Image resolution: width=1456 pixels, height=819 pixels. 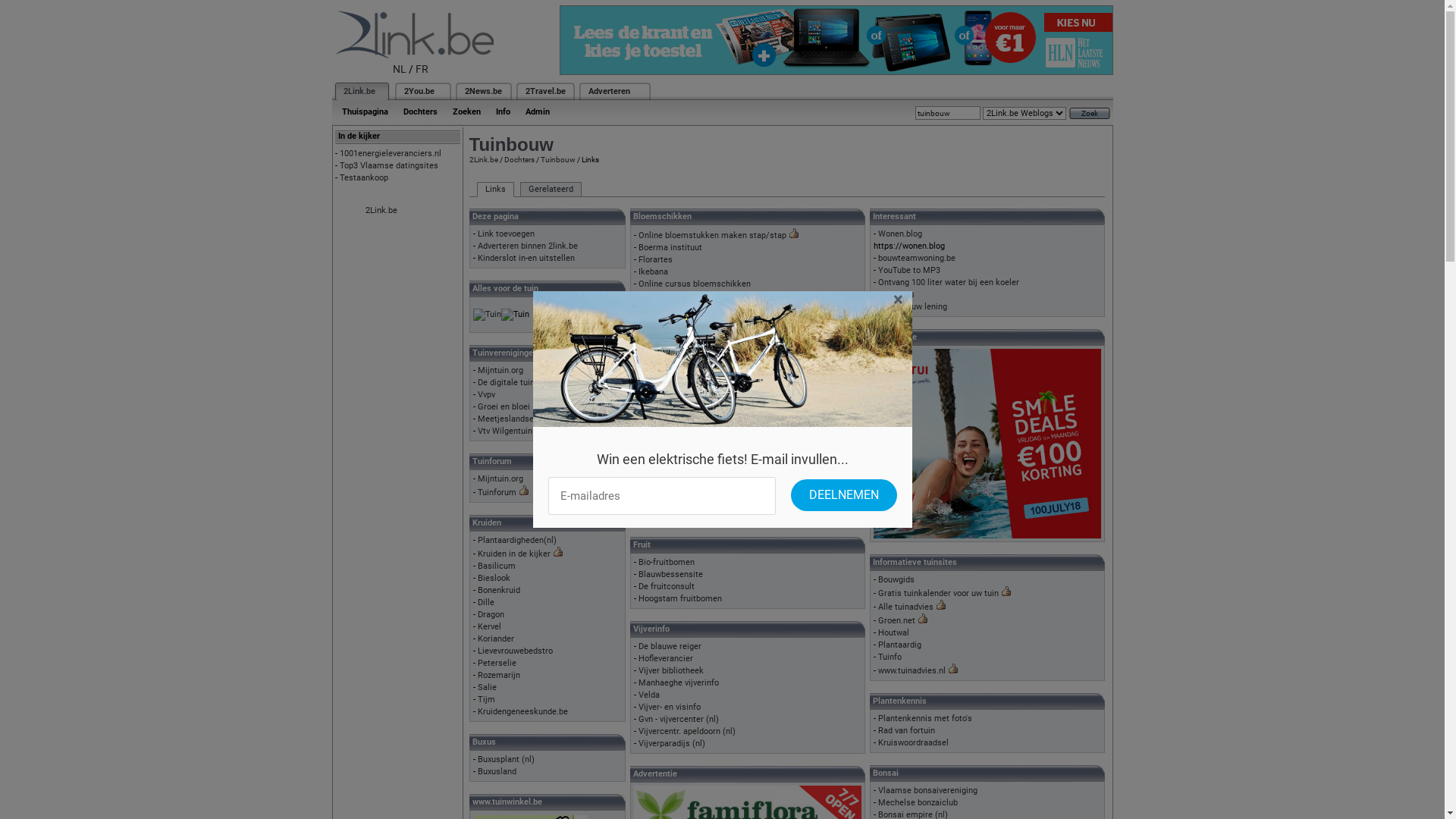 I want to click on 'Buxusland', so click(x=497, y=771).